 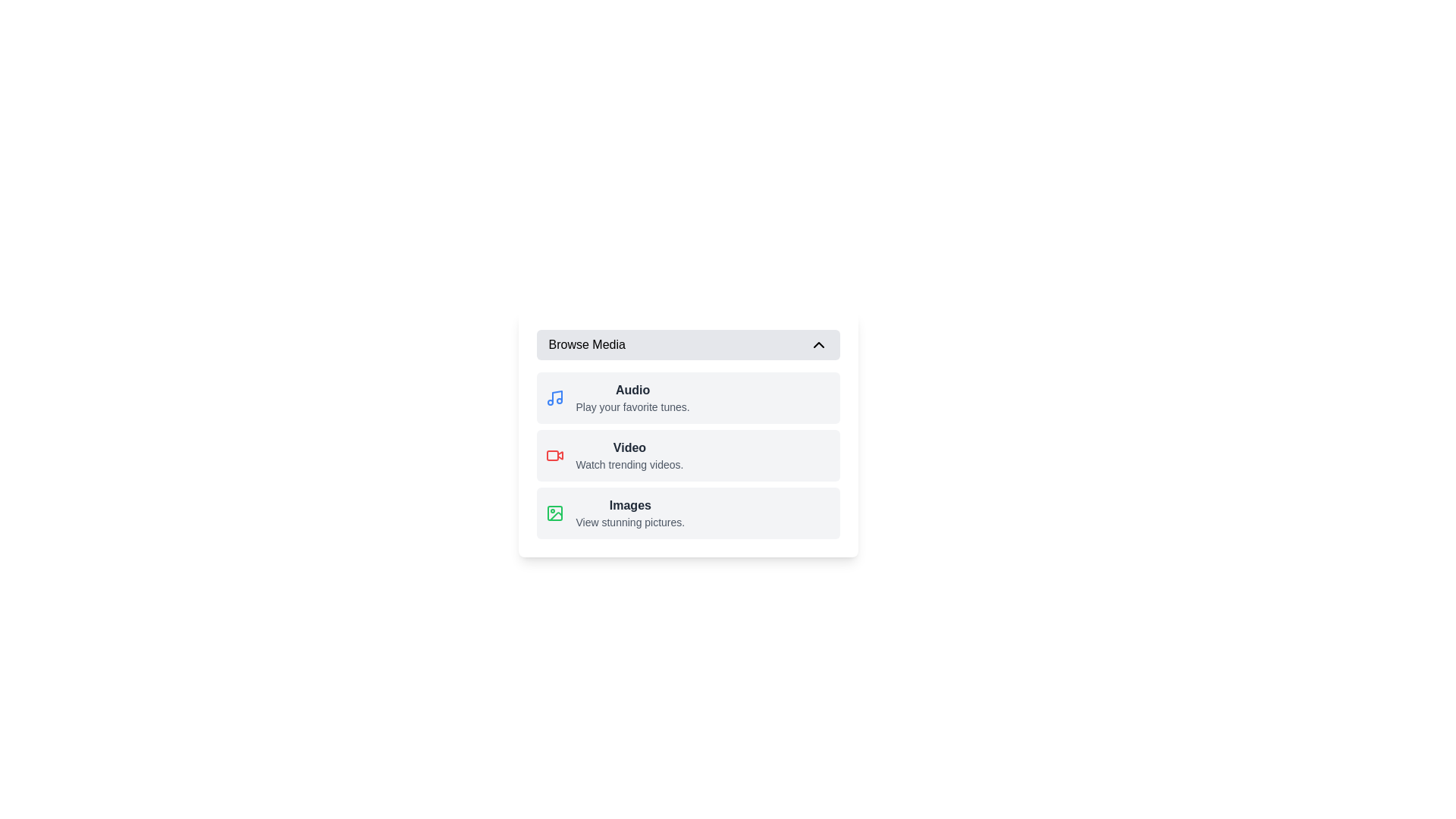 What do you see at coordinates (629, 447) in the screenshot?
I see `the 'Video' heading in the media browsing menu that is positioned between 'Audio' and 'Images'` at bounding box center [629, 447].